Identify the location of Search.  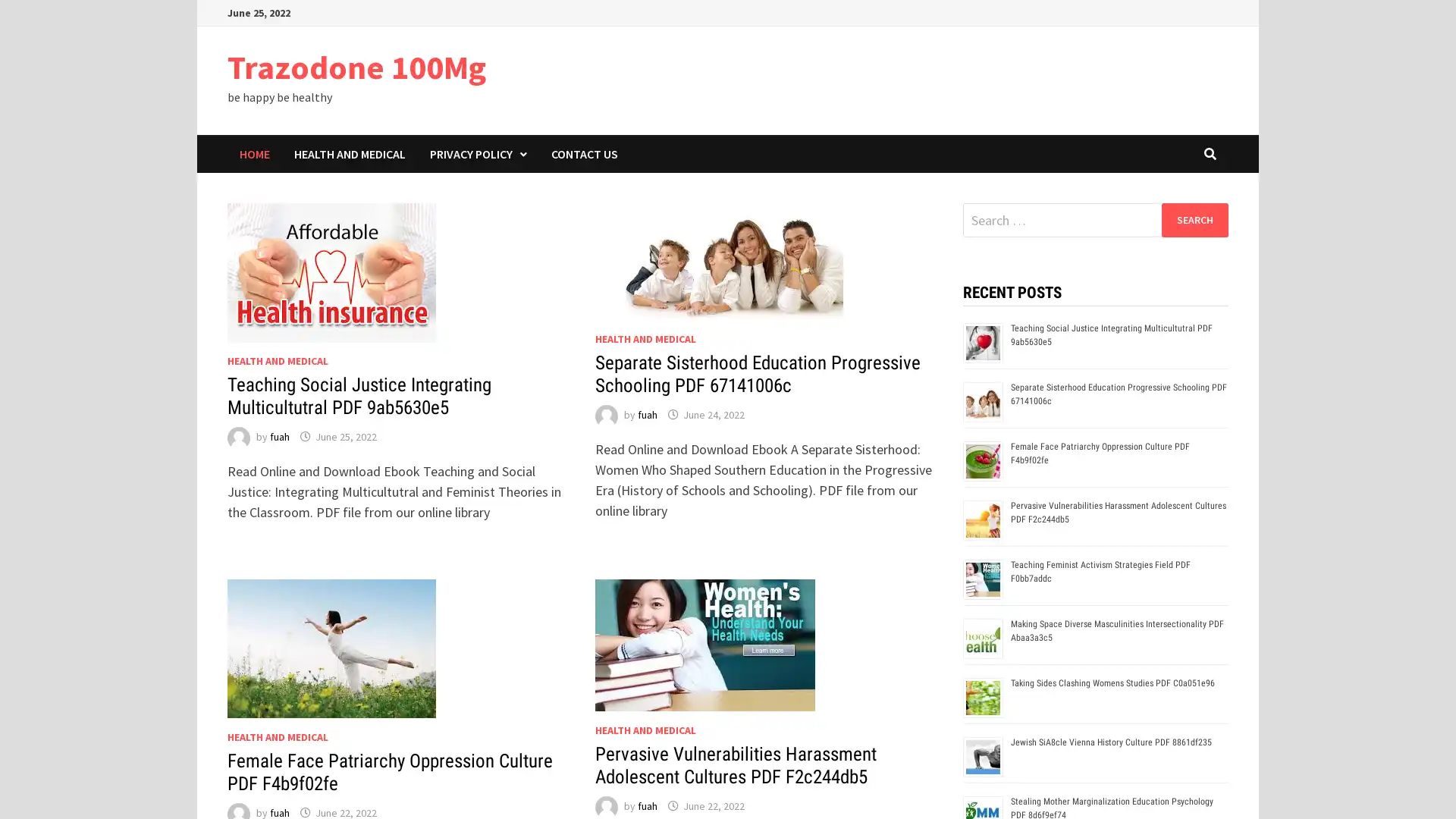
(1194, 219).